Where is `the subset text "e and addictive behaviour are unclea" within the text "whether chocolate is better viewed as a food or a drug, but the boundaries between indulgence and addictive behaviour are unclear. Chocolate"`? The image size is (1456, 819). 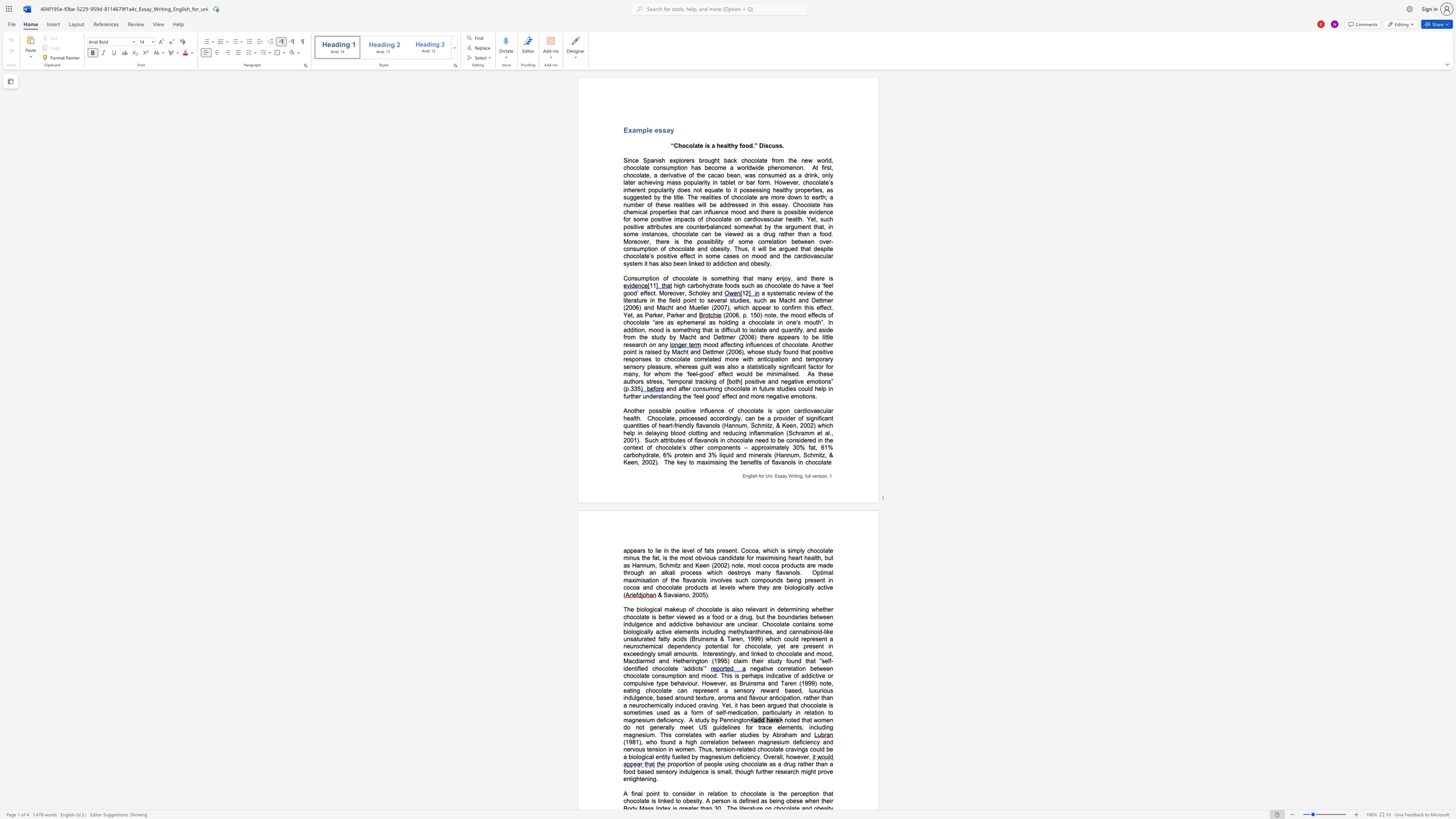 the subset text "e and addictive behaviour are unclea" within the text "whether chocolate is better viewed as a food or a drug, but the boundaries between indulgence and addictive behaviour are unclear. Chocolate" is located at coordinates (649, 623).